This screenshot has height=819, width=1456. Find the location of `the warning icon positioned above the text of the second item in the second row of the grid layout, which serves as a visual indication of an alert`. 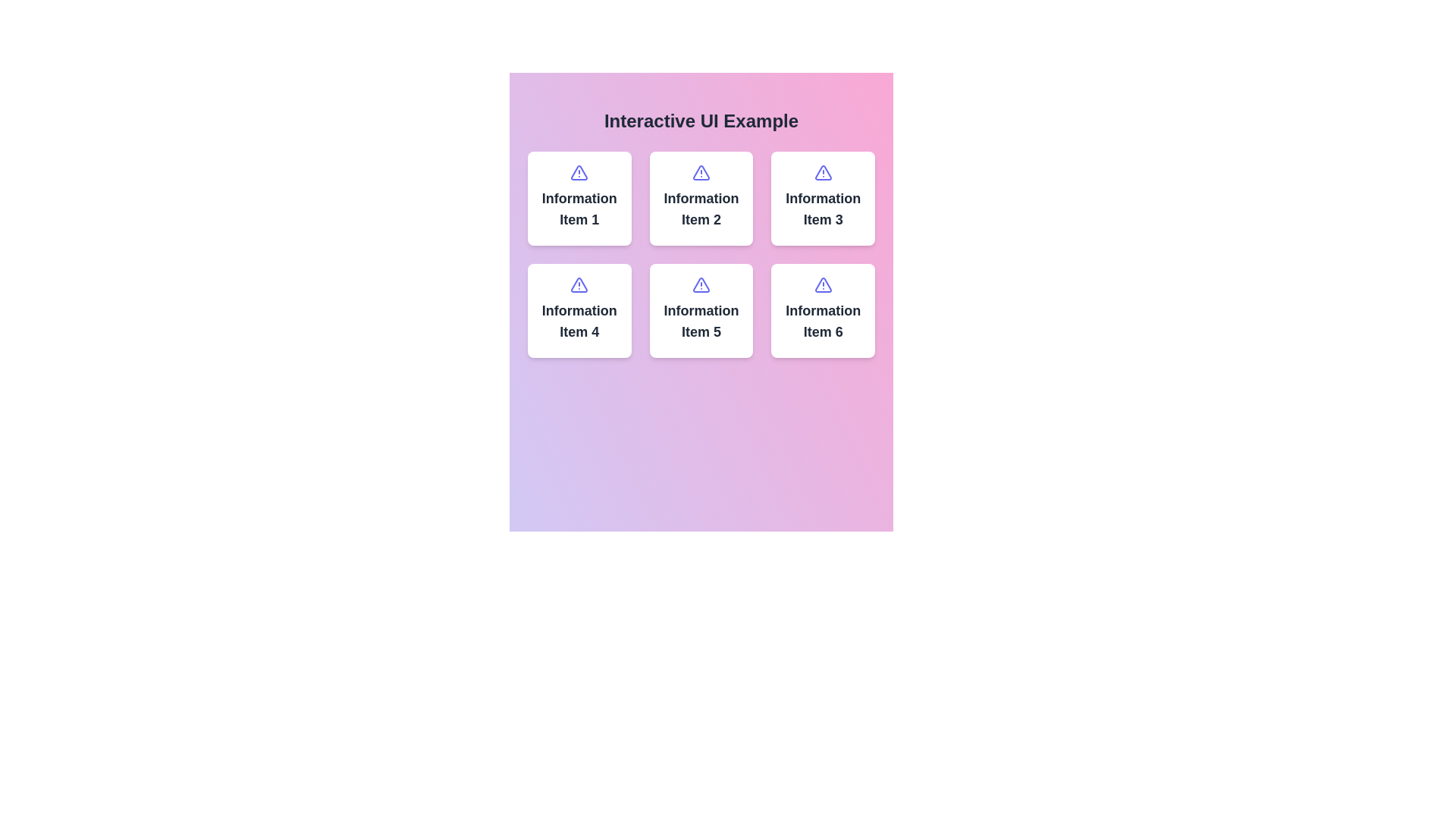

the warning icon positioned above the text of the second item in the second row of the grid layout, which serves as a visual indication of an alert is located at coordinates (701, 171).